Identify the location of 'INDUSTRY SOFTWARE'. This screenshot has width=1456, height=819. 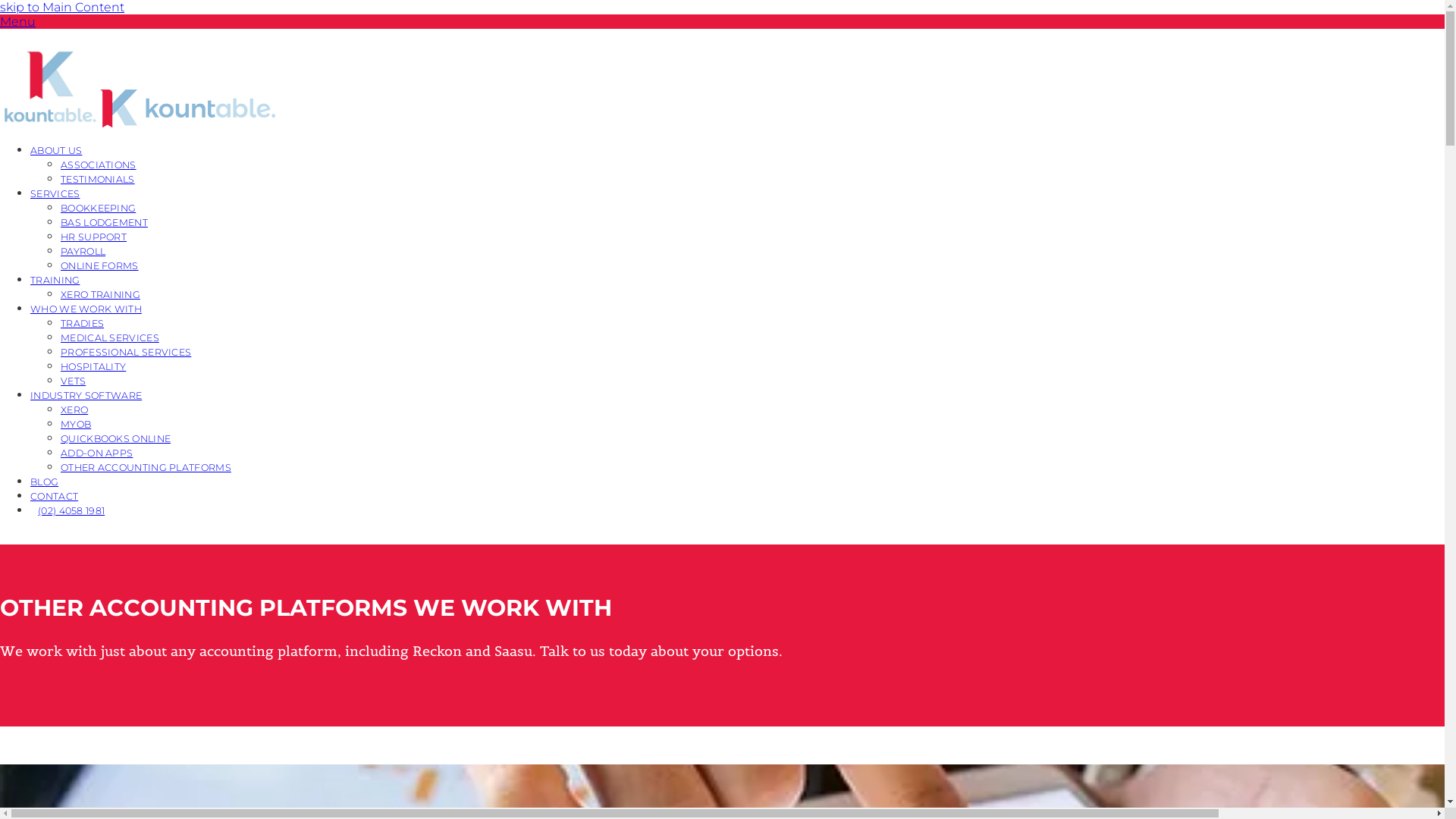
(85, 394).